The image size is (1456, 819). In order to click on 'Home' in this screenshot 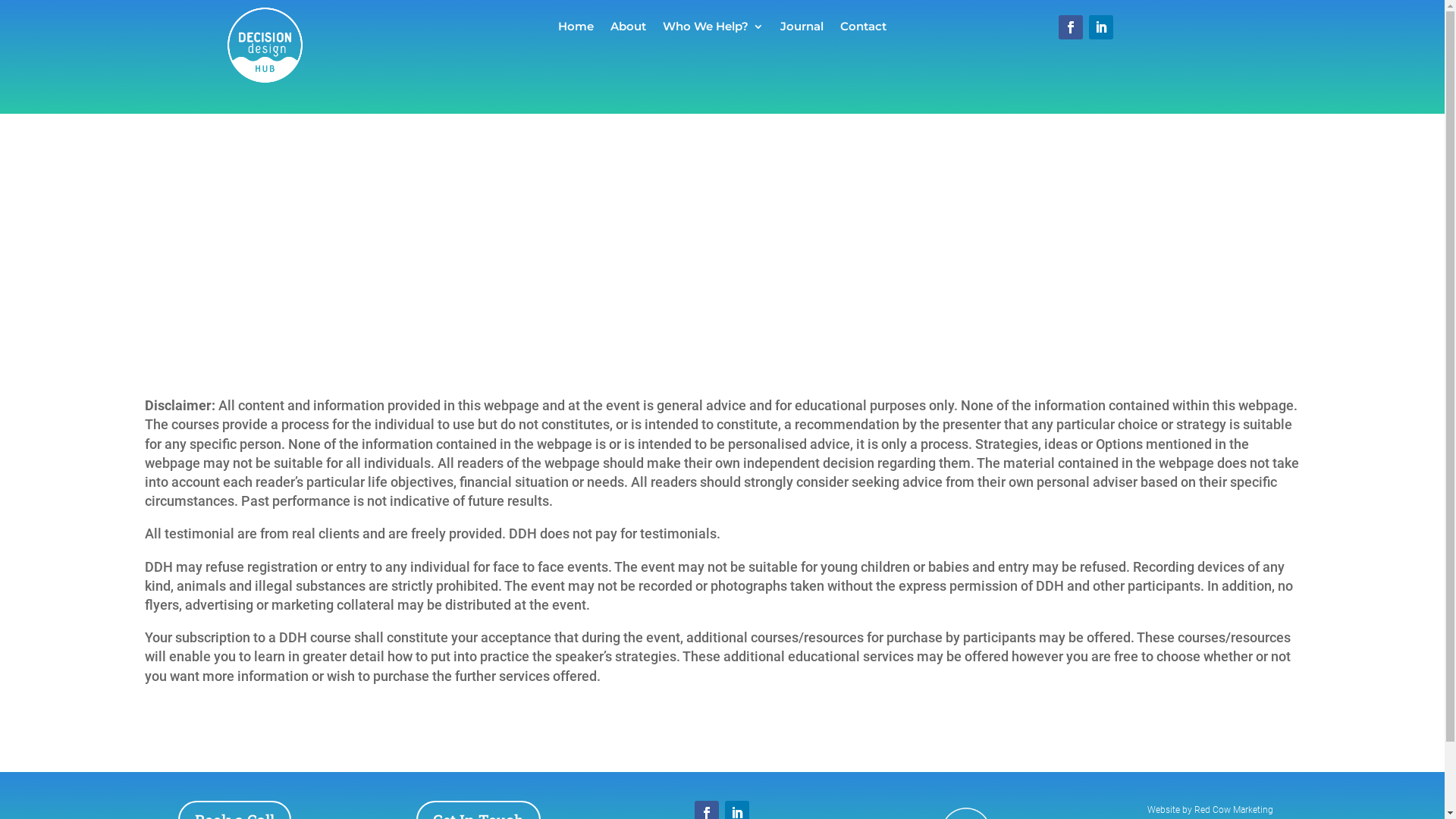, I will do `click(575, 29)`.